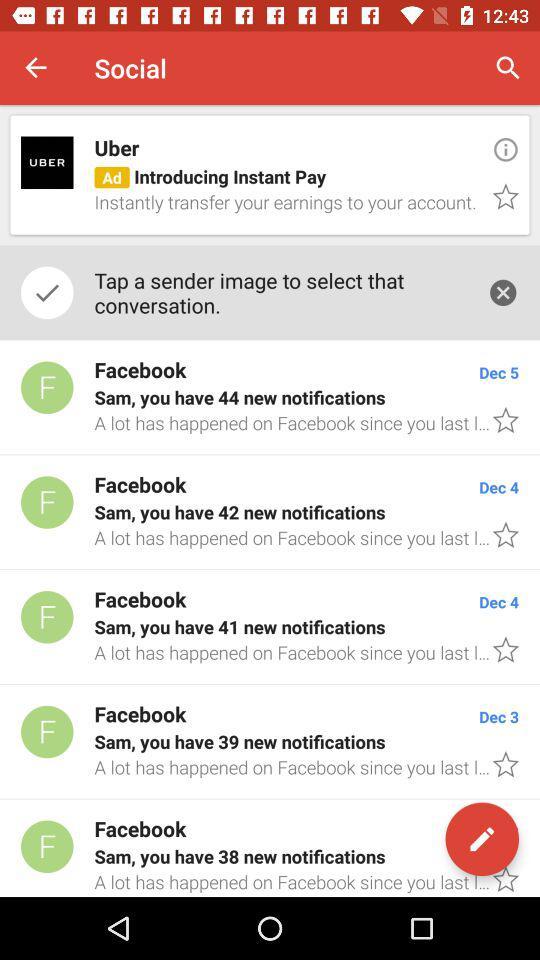 This screenshot has height=960, width=540. What do you see at coordinates (502, 291) in the screenshot?
I see `the icon next to the tap a sender item` at bounding box center [502, 291].